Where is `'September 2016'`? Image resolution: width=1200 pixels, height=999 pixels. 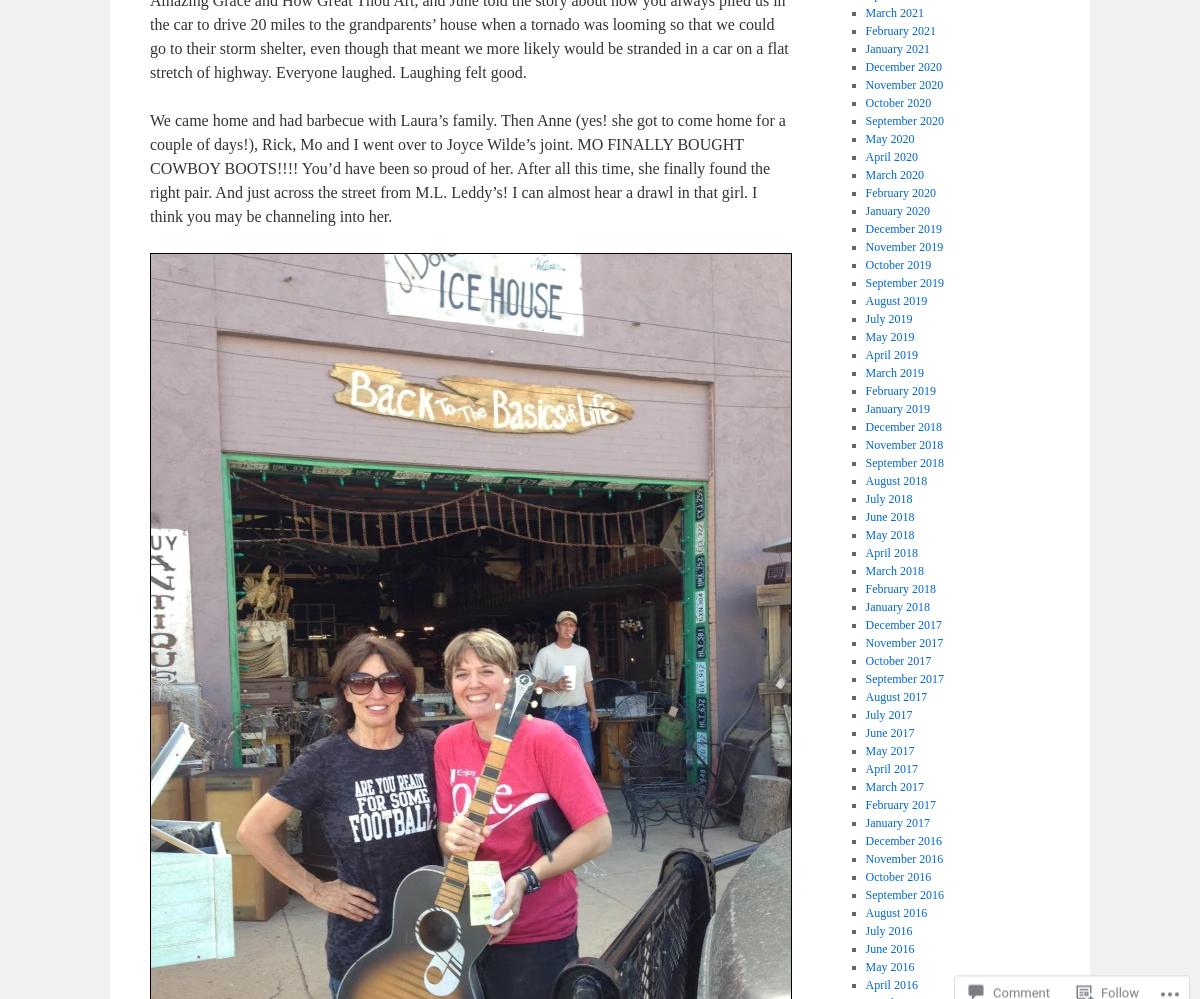
'September 2016' is located at coordinates (903, 895).